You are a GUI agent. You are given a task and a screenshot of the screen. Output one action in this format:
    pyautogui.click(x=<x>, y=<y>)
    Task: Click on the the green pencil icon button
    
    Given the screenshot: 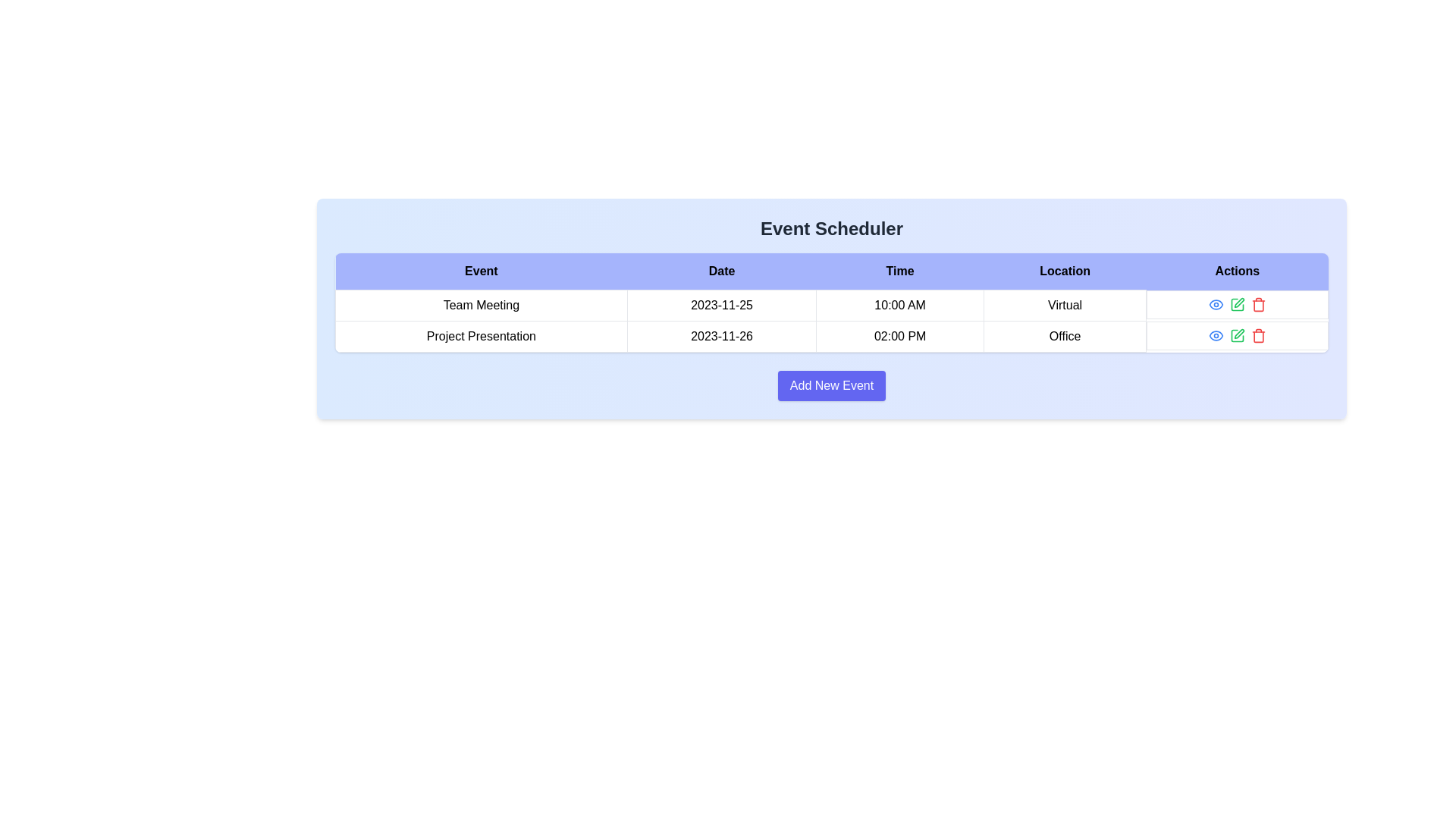 What is the action you would take?
    pyautogui.click(x=1238, y=334)
    